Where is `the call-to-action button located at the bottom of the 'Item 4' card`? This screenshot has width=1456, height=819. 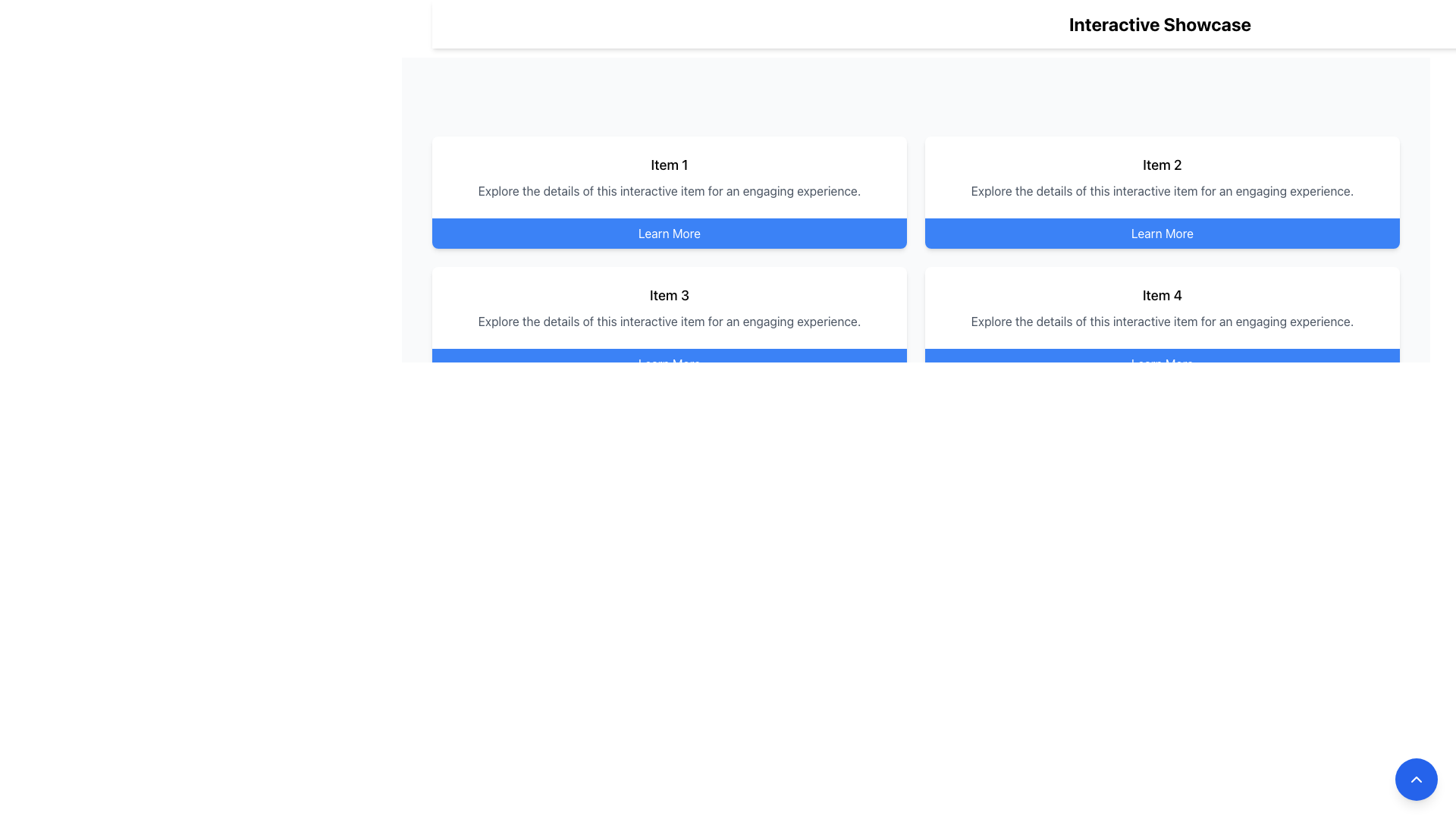
the call-to-action button located at the bottom of the 'Item 4' card is located at coordinates (1161, 363).